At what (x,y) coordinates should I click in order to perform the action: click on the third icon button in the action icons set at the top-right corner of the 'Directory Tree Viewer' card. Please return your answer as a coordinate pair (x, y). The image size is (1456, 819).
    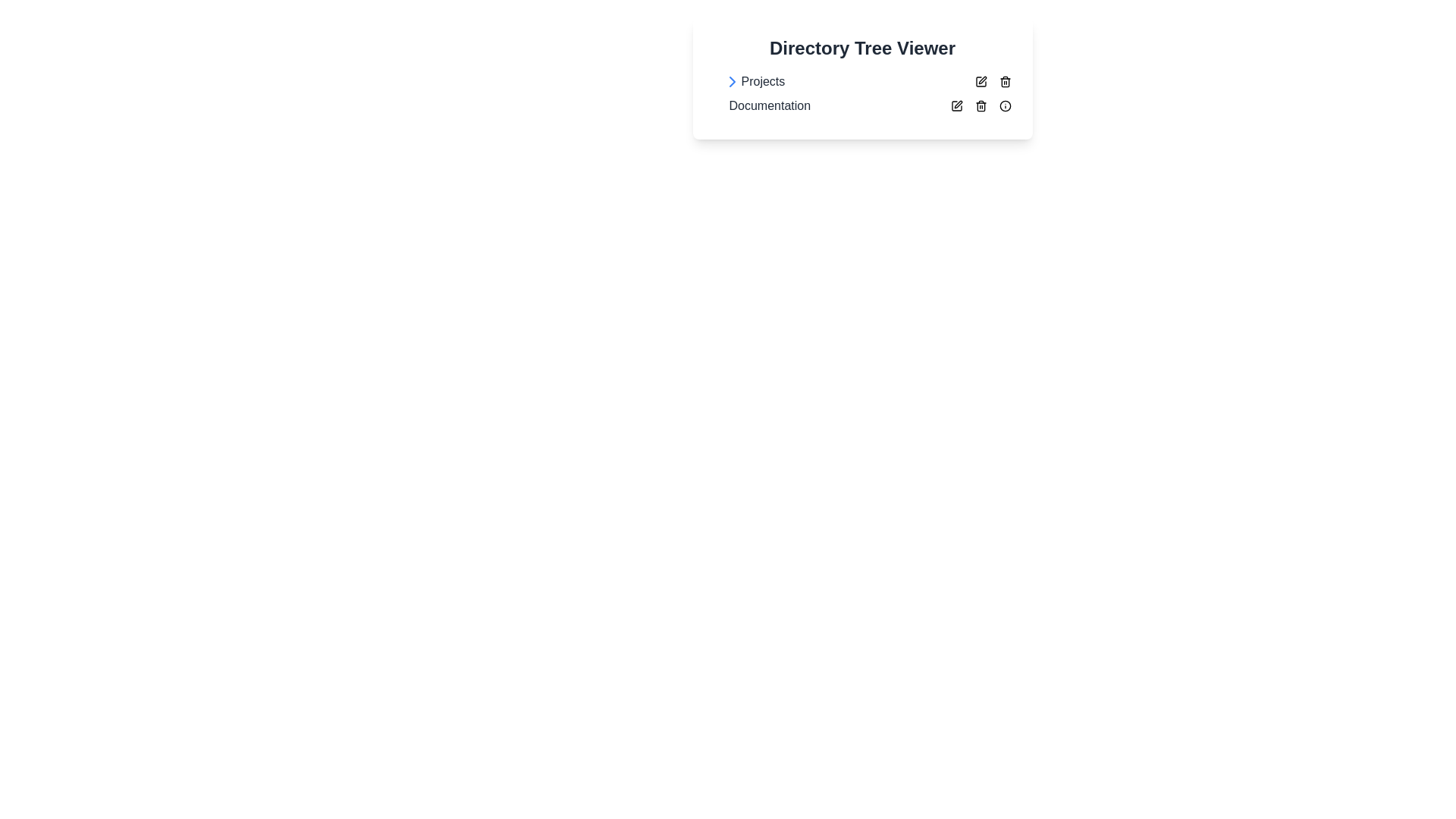
    Looking at the image, I should click on (981, 105).